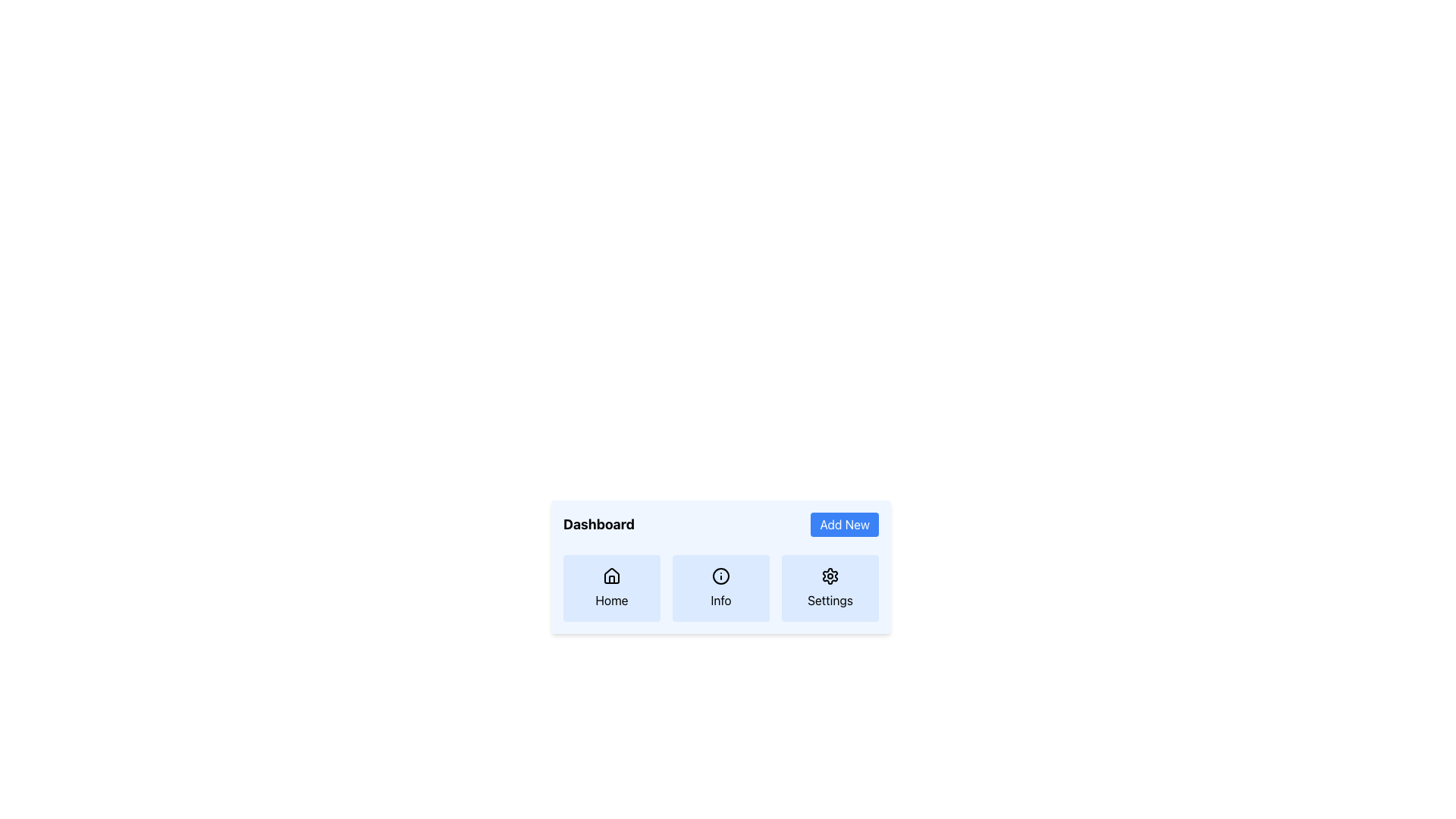  I want to click on the house icon within the 'Home' button to observe possible tooltips or visual effects, so click(611, 576).